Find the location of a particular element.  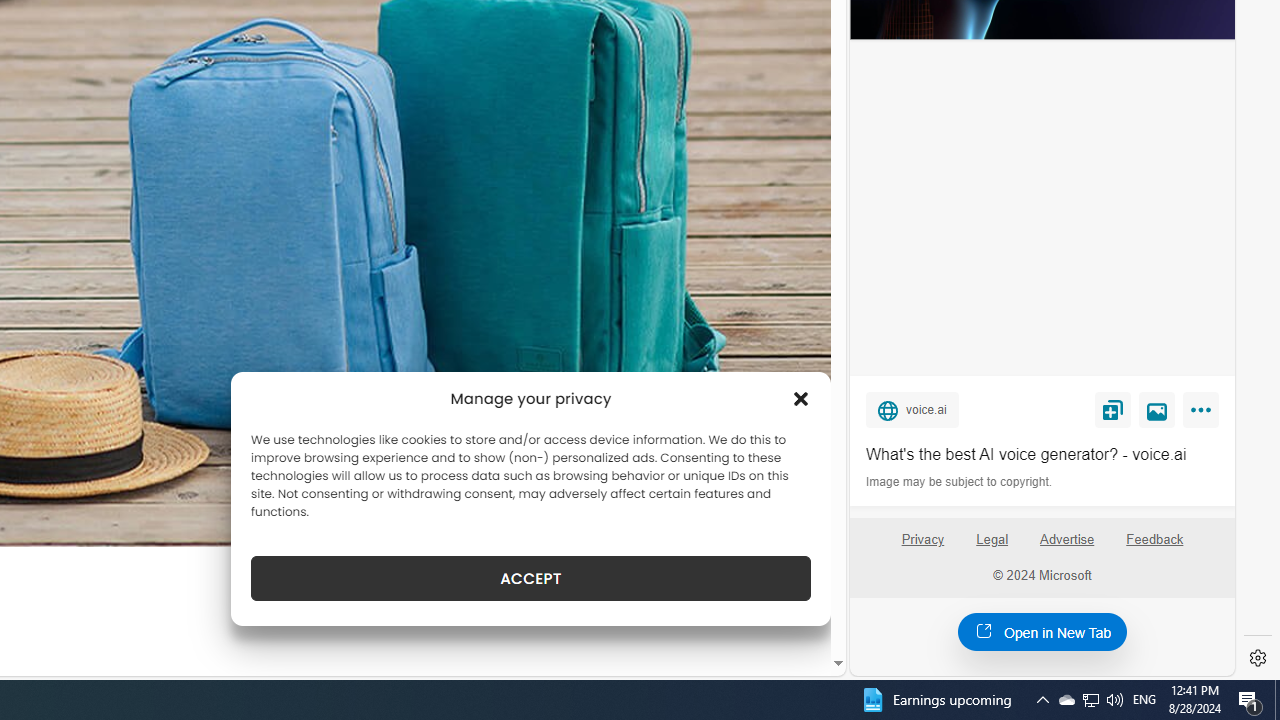

'Open in New Tab' is located at coordinates (1041, 631).